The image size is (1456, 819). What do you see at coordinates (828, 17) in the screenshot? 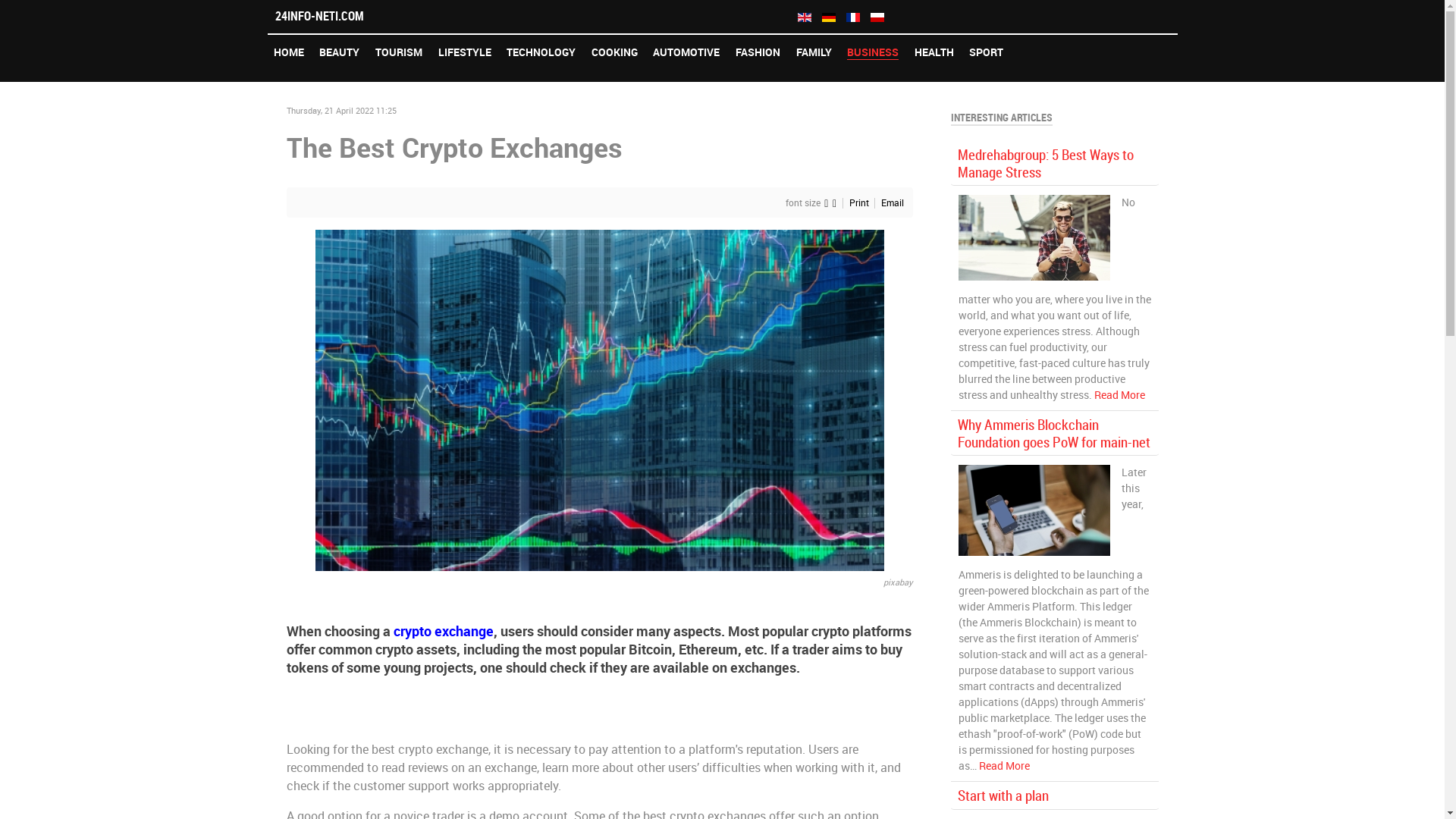
I see `'German (DE)'` at bounding box center [828, 17].